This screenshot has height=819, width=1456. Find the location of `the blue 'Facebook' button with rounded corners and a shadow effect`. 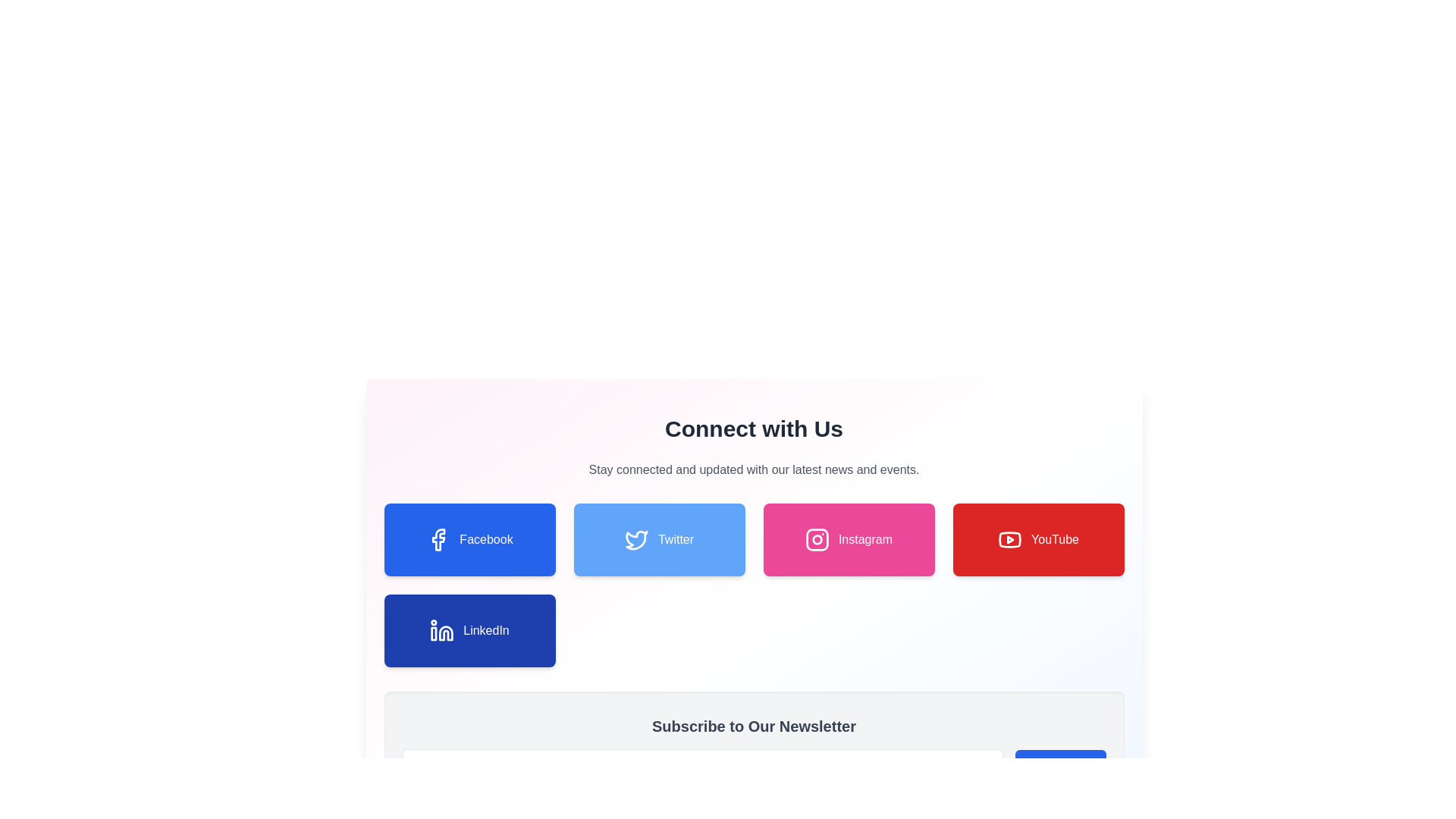

the blue 'Facebook' button with rounded corners and a shadow effect is located at coordinates (469, 539).